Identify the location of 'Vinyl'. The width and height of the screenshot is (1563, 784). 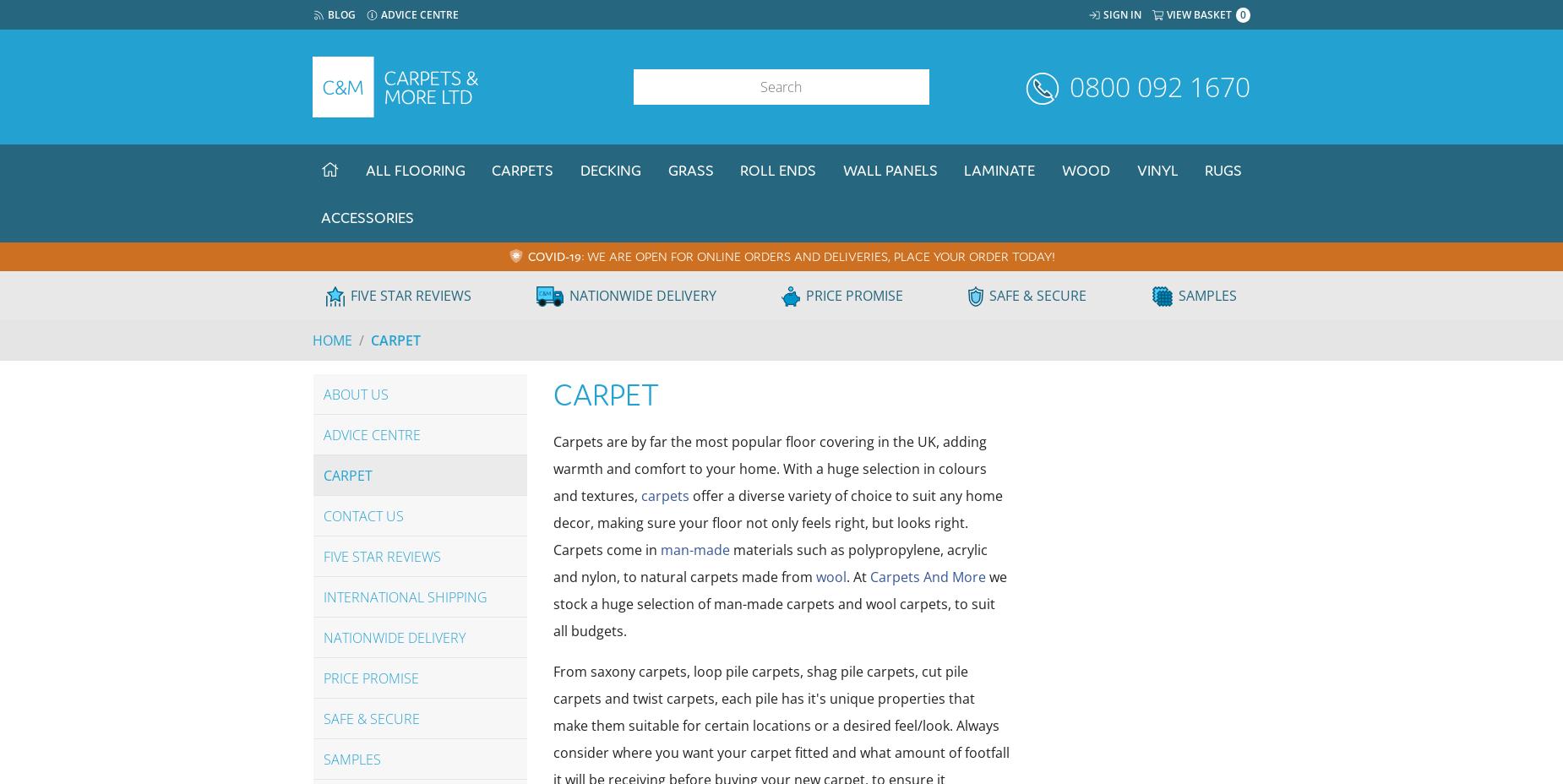
(1156, 170).